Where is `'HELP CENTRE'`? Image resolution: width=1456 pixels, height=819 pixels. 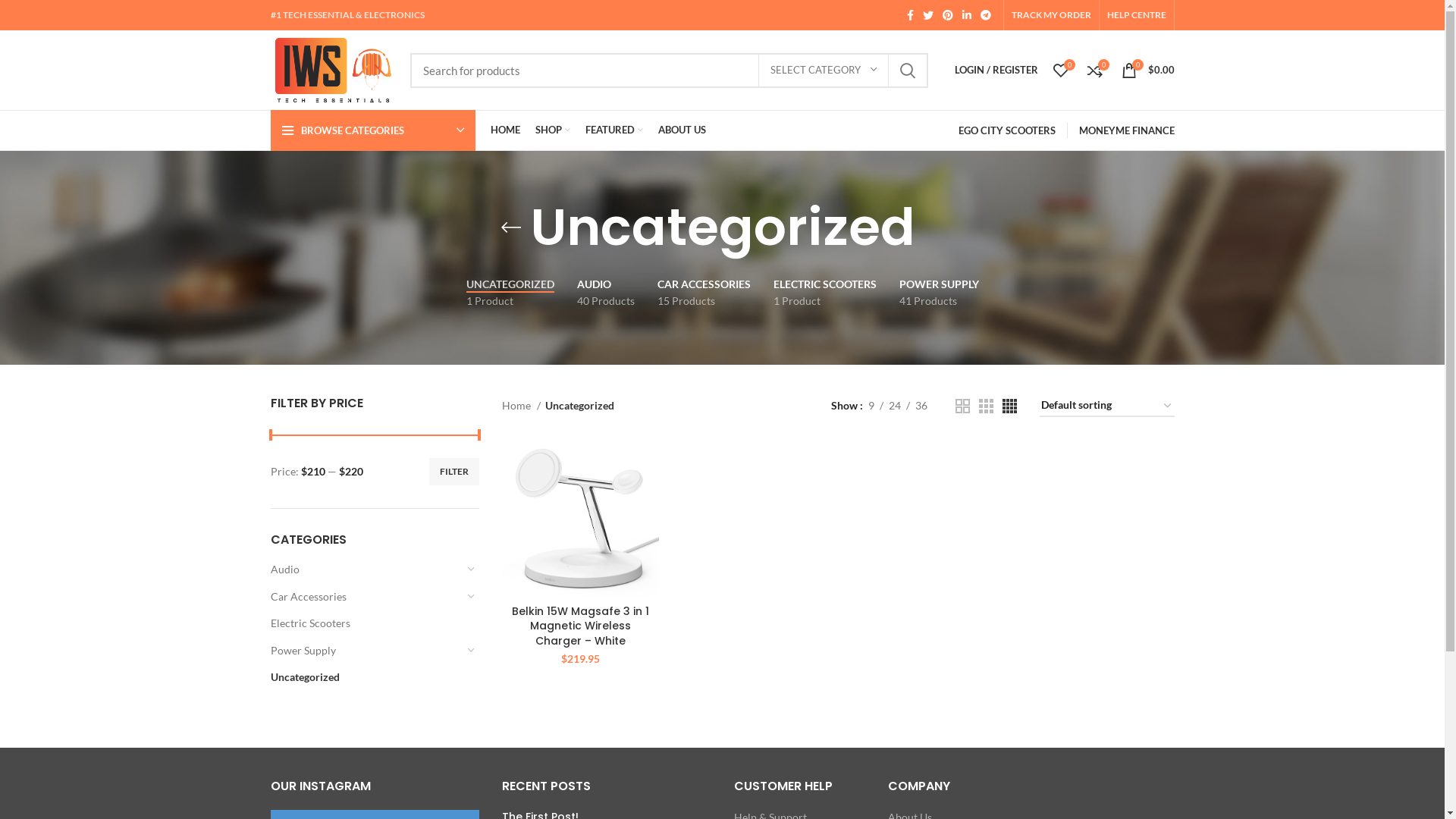 'HELP CENTRE' is located at coordinates (1136, 14).